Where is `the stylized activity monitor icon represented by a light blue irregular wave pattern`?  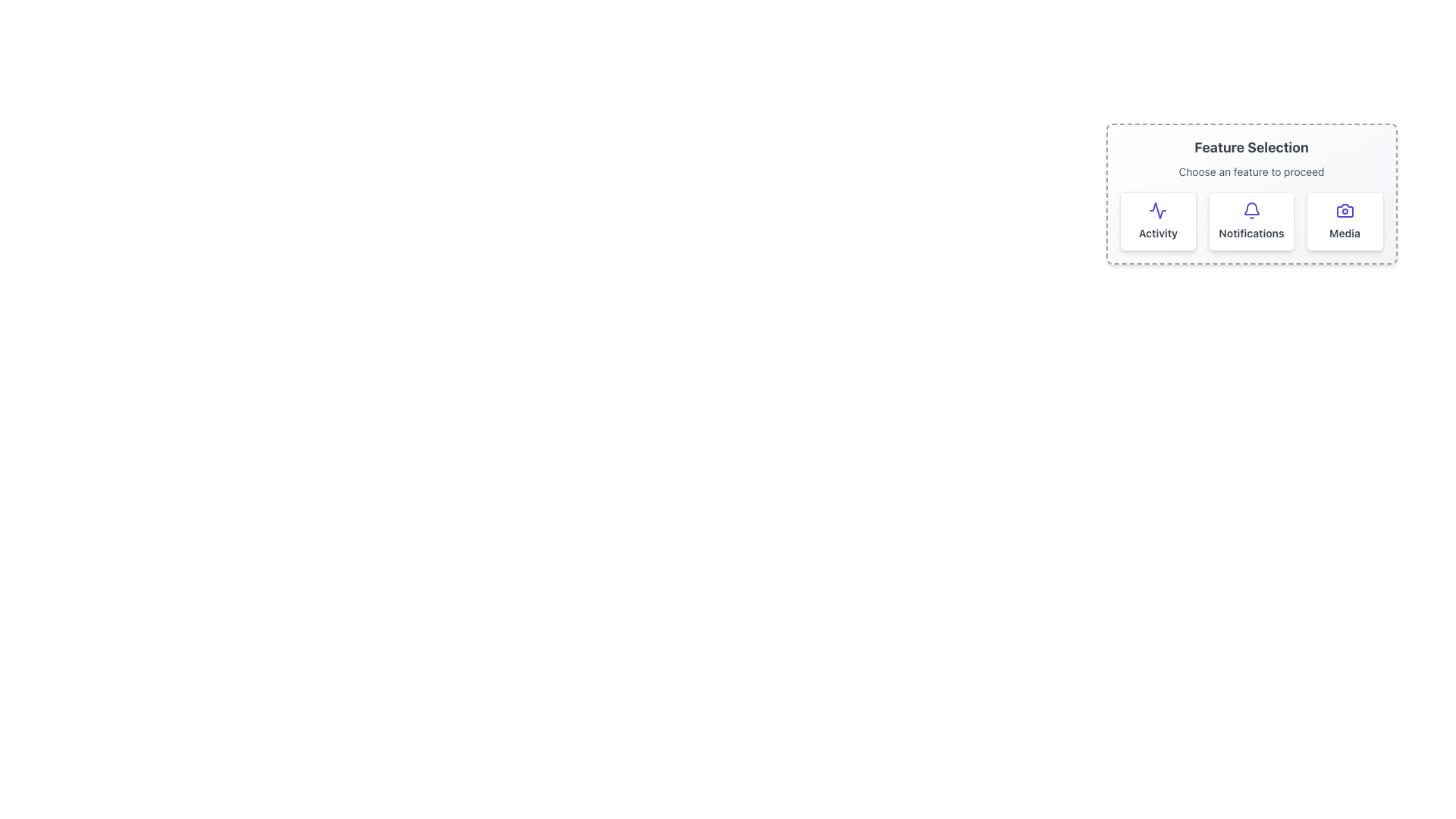 the stylized activity monitor icon represented by a light blue irregular wave pattern is located at coordinates (1157, 210).